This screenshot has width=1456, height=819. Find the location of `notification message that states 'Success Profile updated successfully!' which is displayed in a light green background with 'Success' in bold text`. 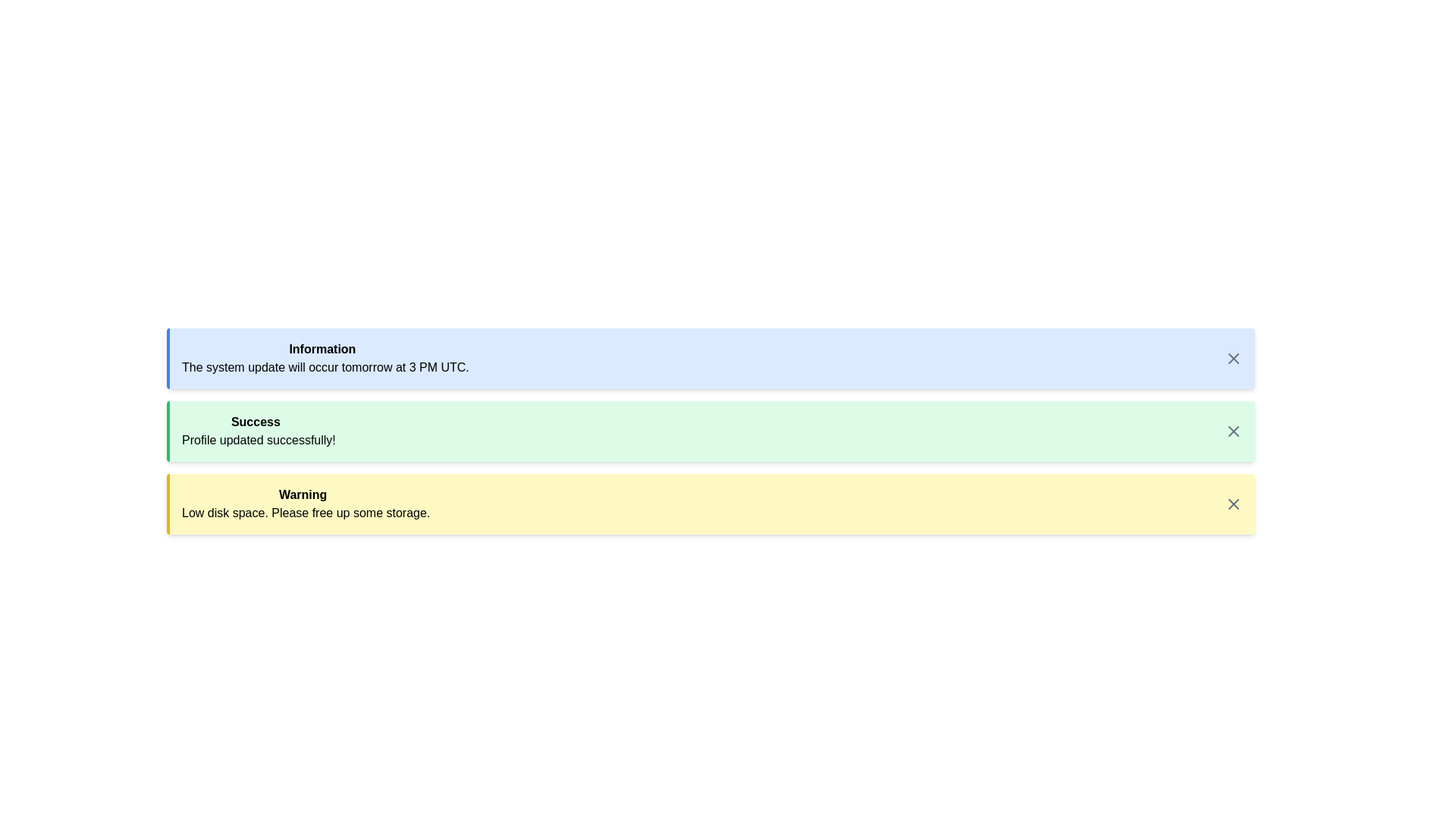

notification message that states 'Success Profile updated successfully!' which is displayed in a light green background with 'Success' in bold text is located at coordinates (259, 431).